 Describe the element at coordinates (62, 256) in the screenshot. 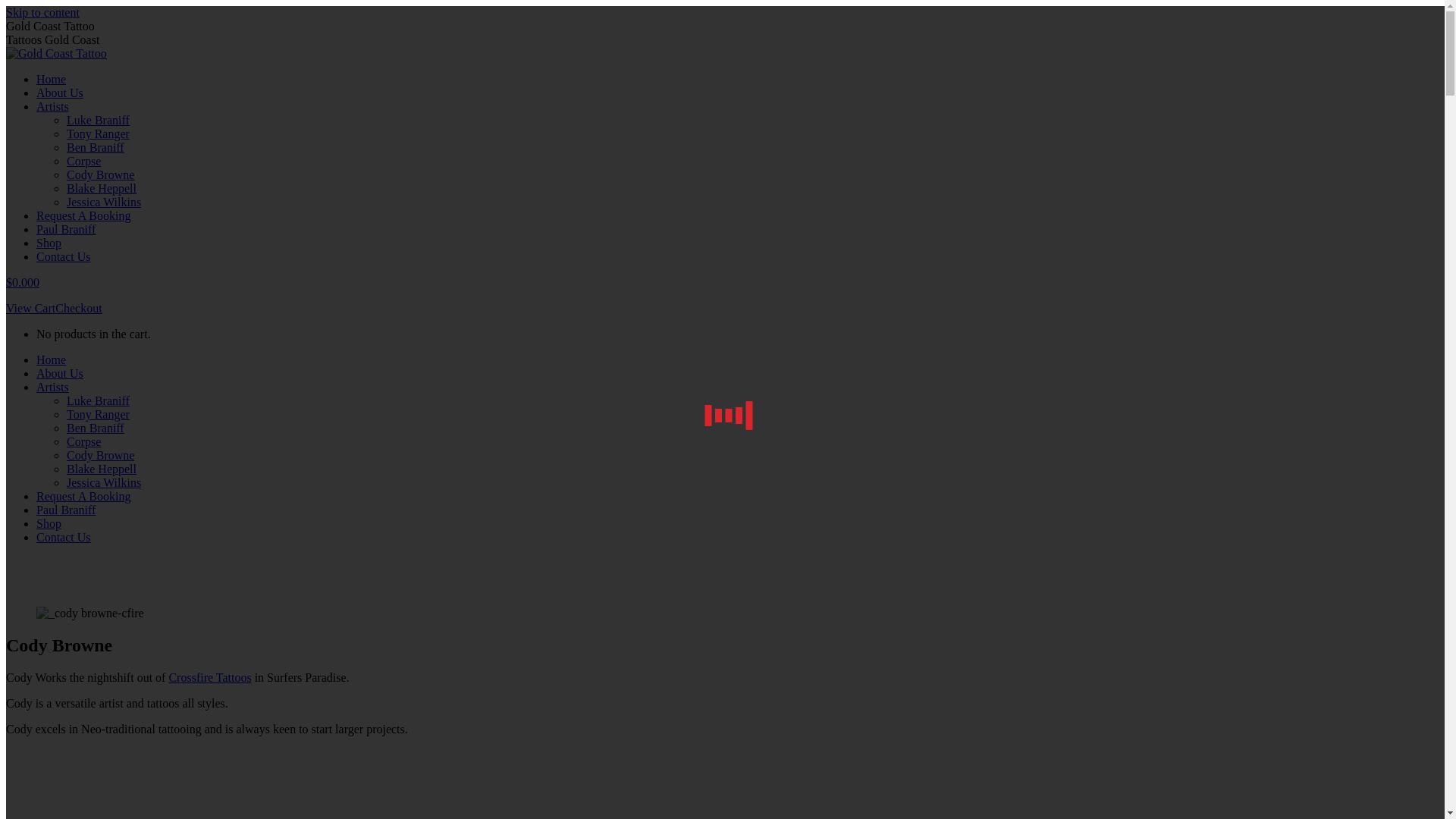

I see `'Contact Us'` at that location.